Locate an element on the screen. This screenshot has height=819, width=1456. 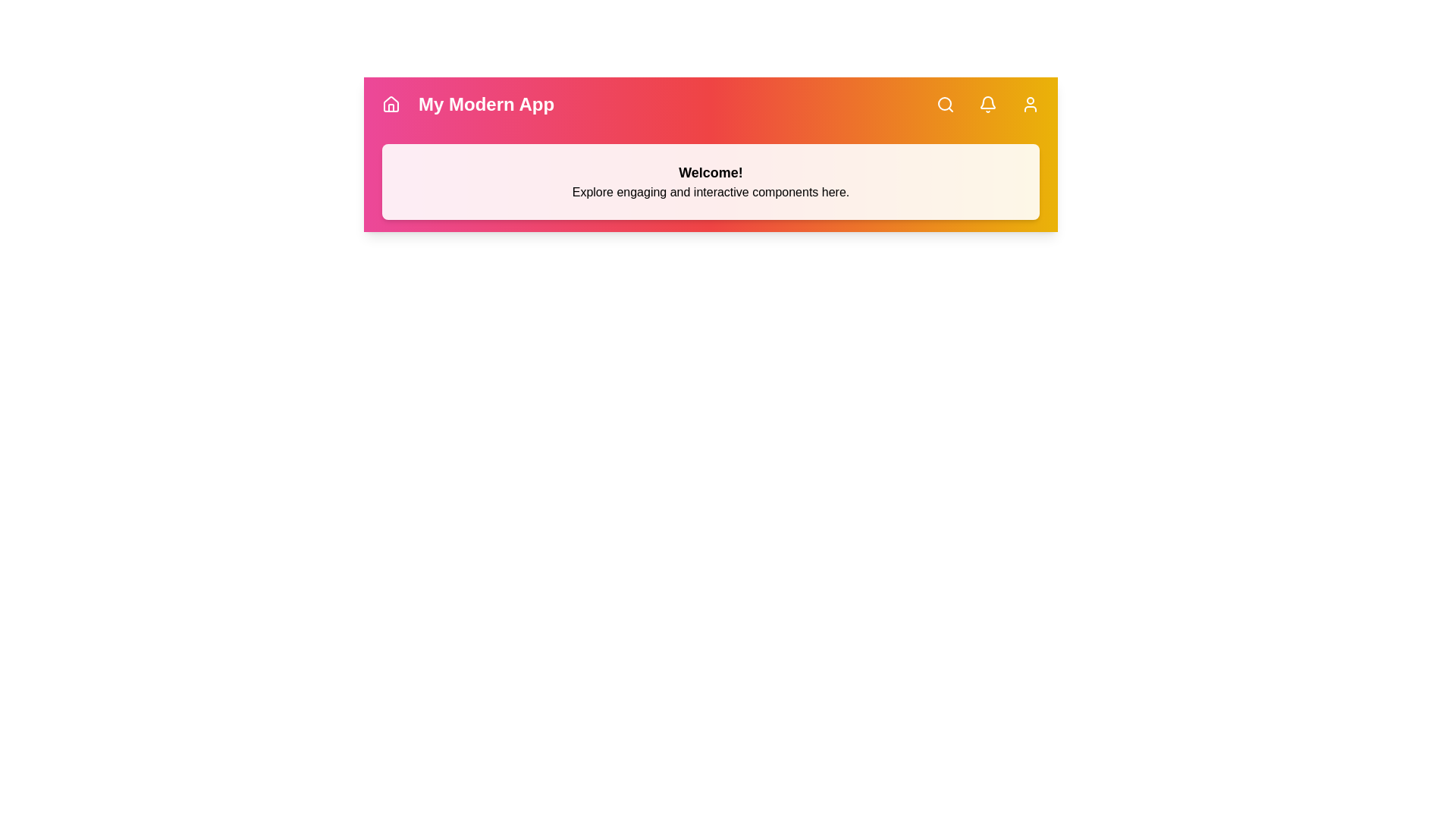
the button labeled Bell to observe visual feedback is located at coordinates (987, 104).